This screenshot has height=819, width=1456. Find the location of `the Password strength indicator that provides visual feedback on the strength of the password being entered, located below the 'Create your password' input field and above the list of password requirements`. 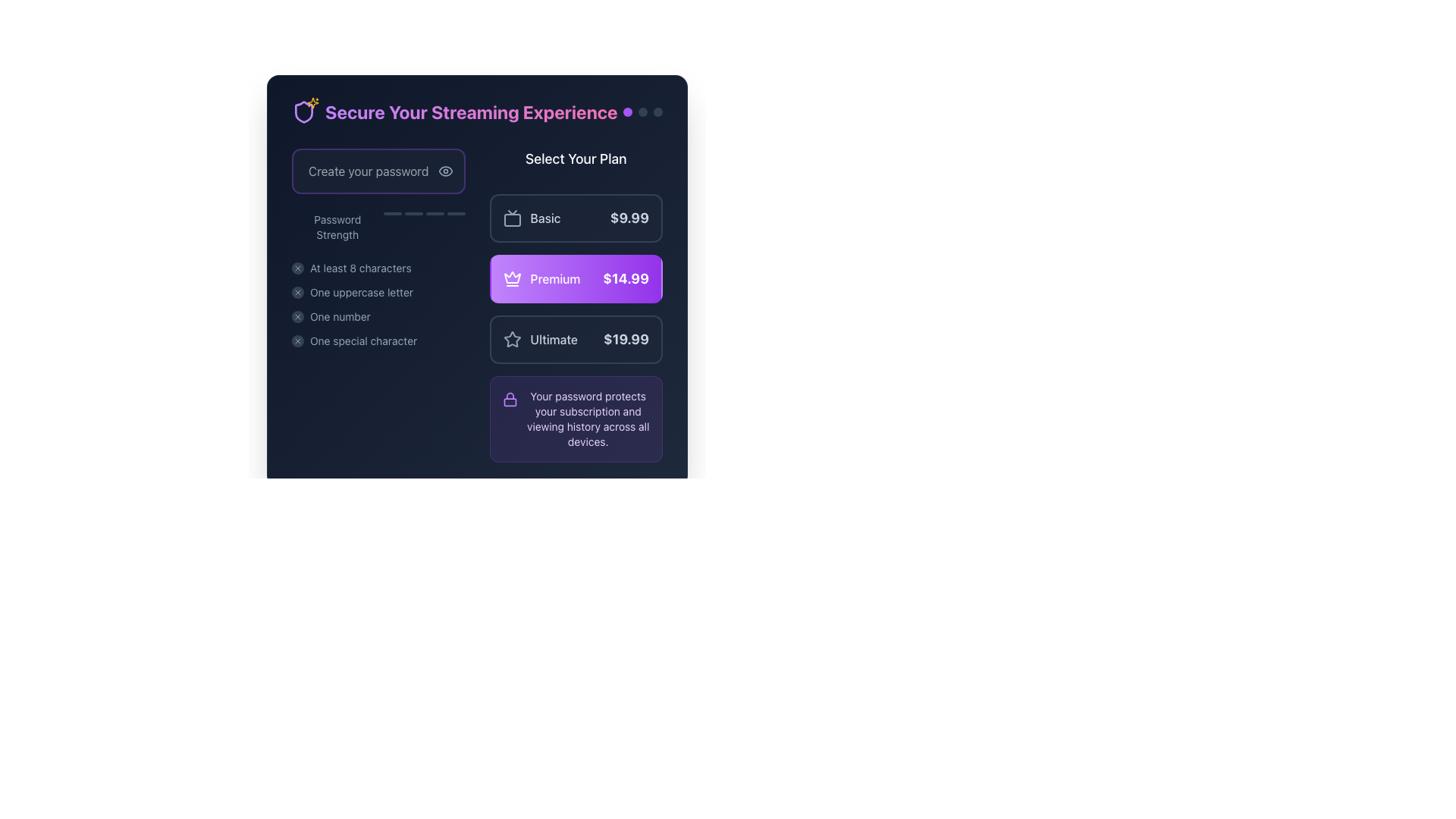

the Password strength indicator that provides visual feedback on the strength of the password being entered, located below the 'Create your password' input field and above the list of password requirements is located at coordinates (378, 227).